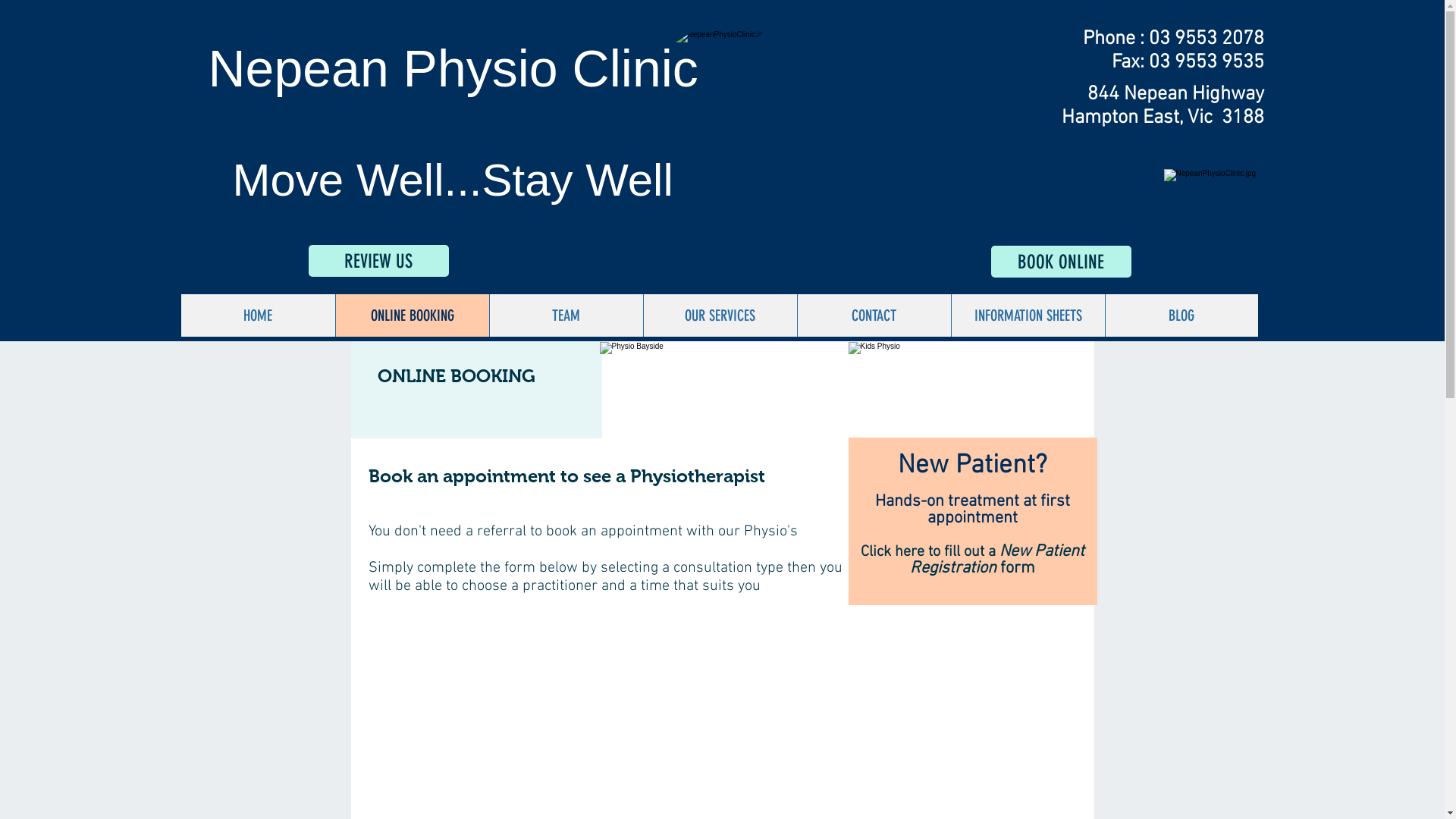 The height and width of the screenshot is (819, 1456). I want to click on 'ONLINE BOOKING', so click(412, 315).